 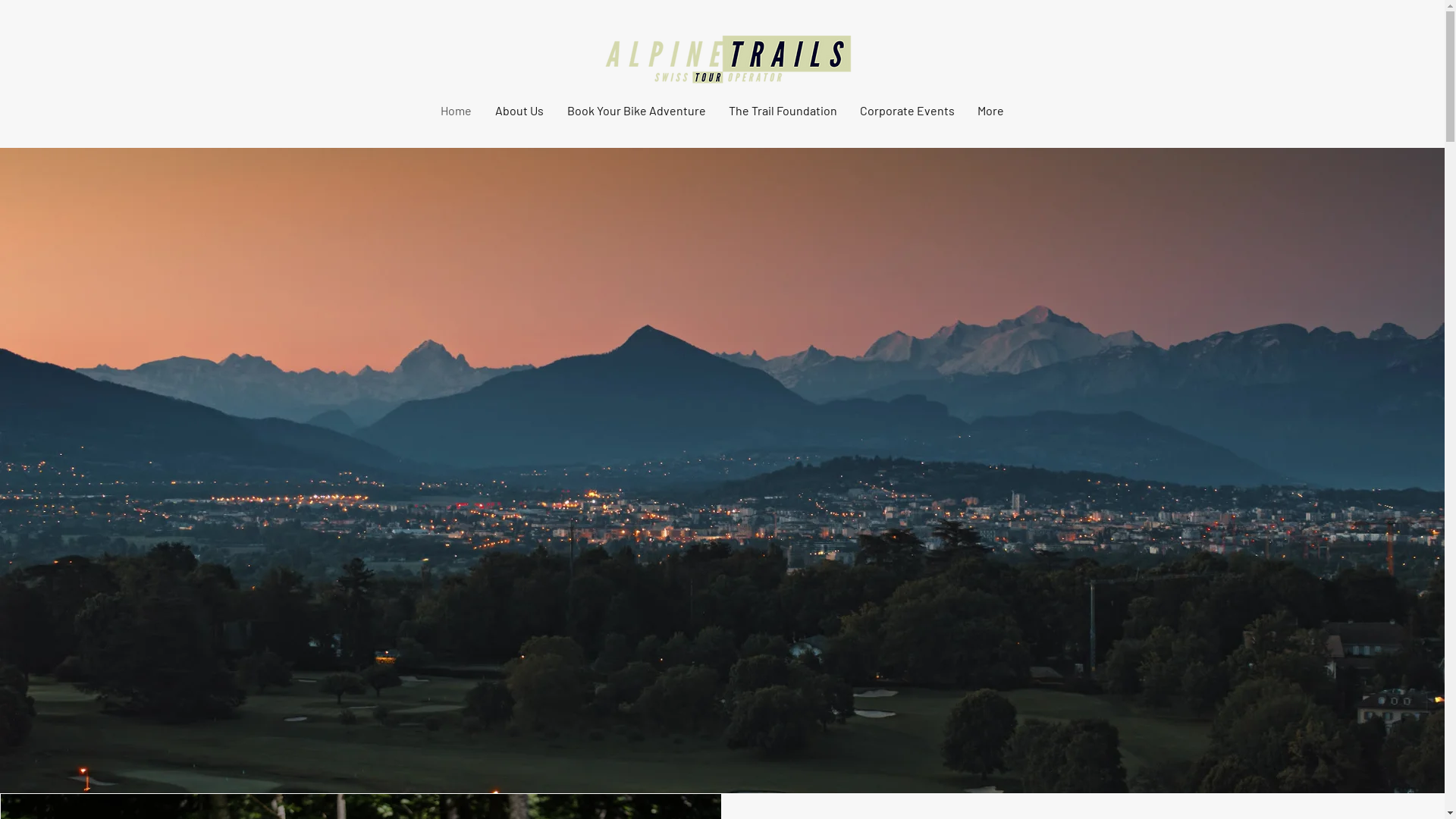 I want to click on 'Book Your Bike Adventure', so click(x=635, y=110).